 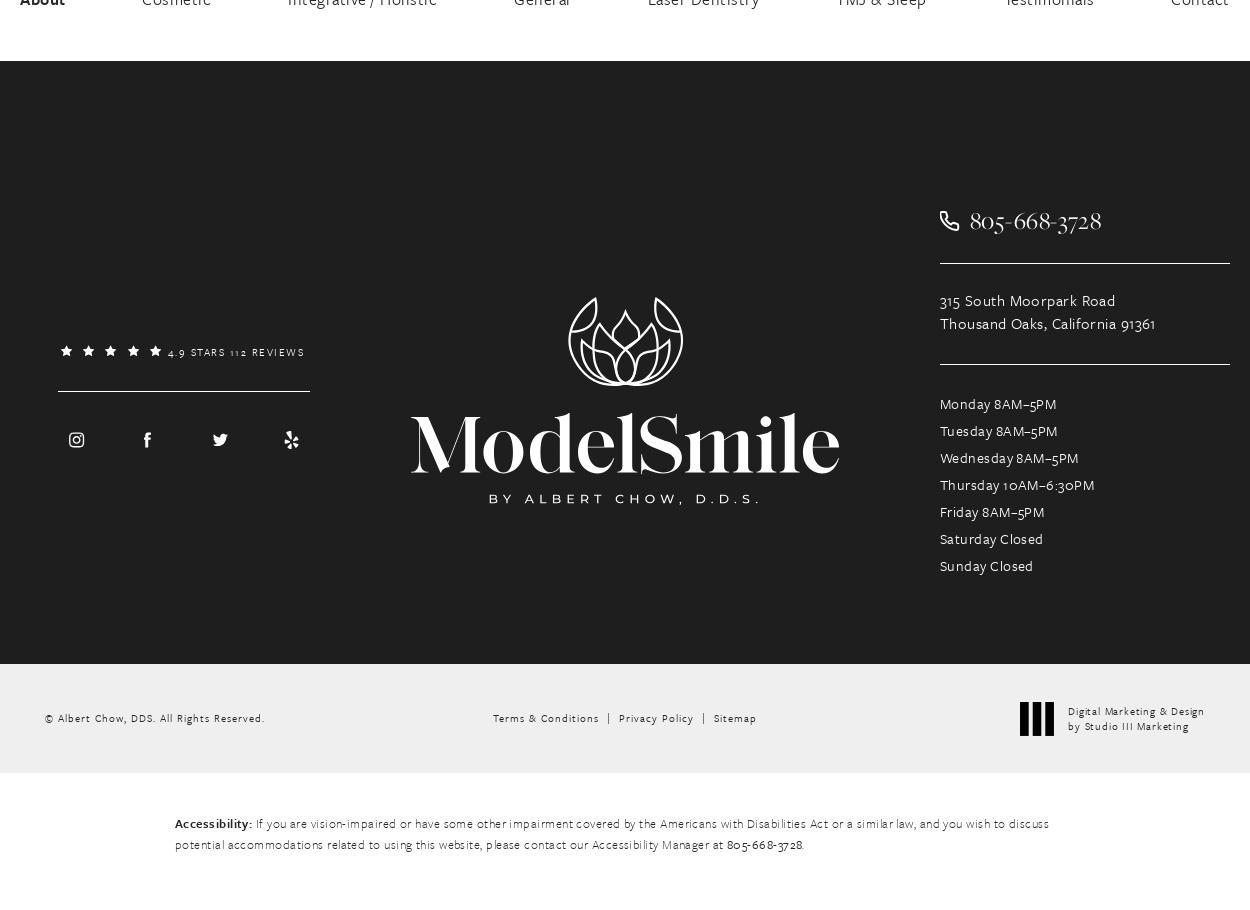 I want to click on 'All Rights Reserved.', so click(x=211, y=715).